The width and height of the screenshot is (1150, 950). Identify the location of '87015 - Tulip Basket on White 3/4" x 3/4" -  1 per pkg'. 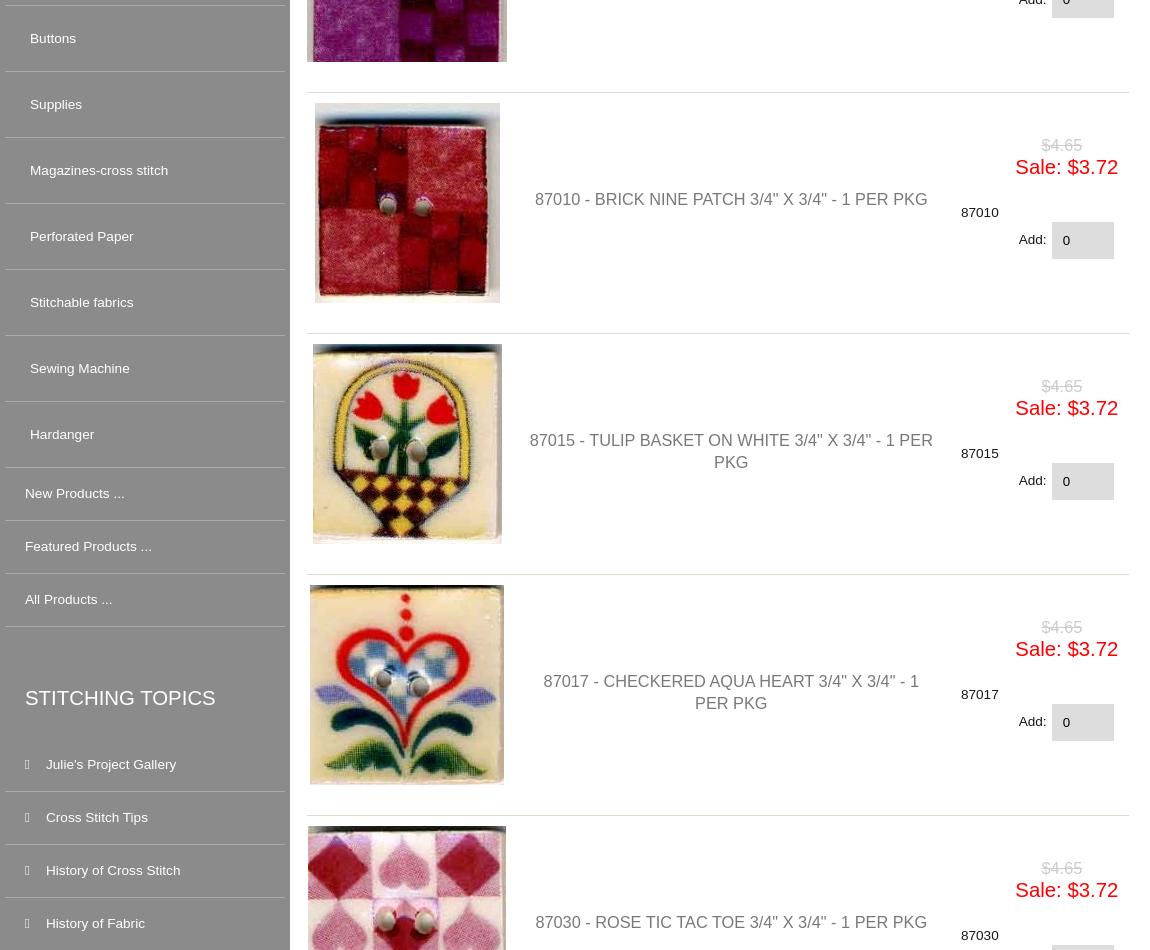
(729, 449).